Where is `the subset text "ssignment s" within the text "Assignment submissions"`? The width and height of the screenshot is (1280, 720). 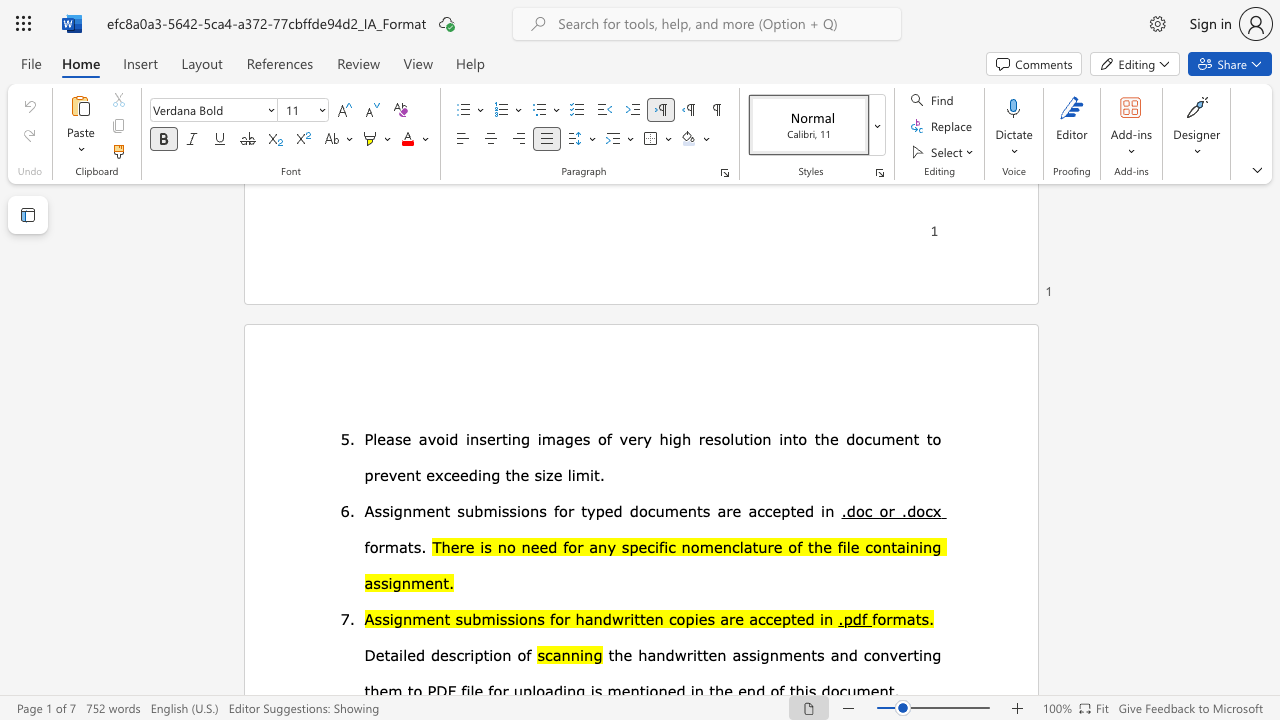 the subset text "ssignment s" within the text "Assignment submissions" is located at coordinates (374, 509).